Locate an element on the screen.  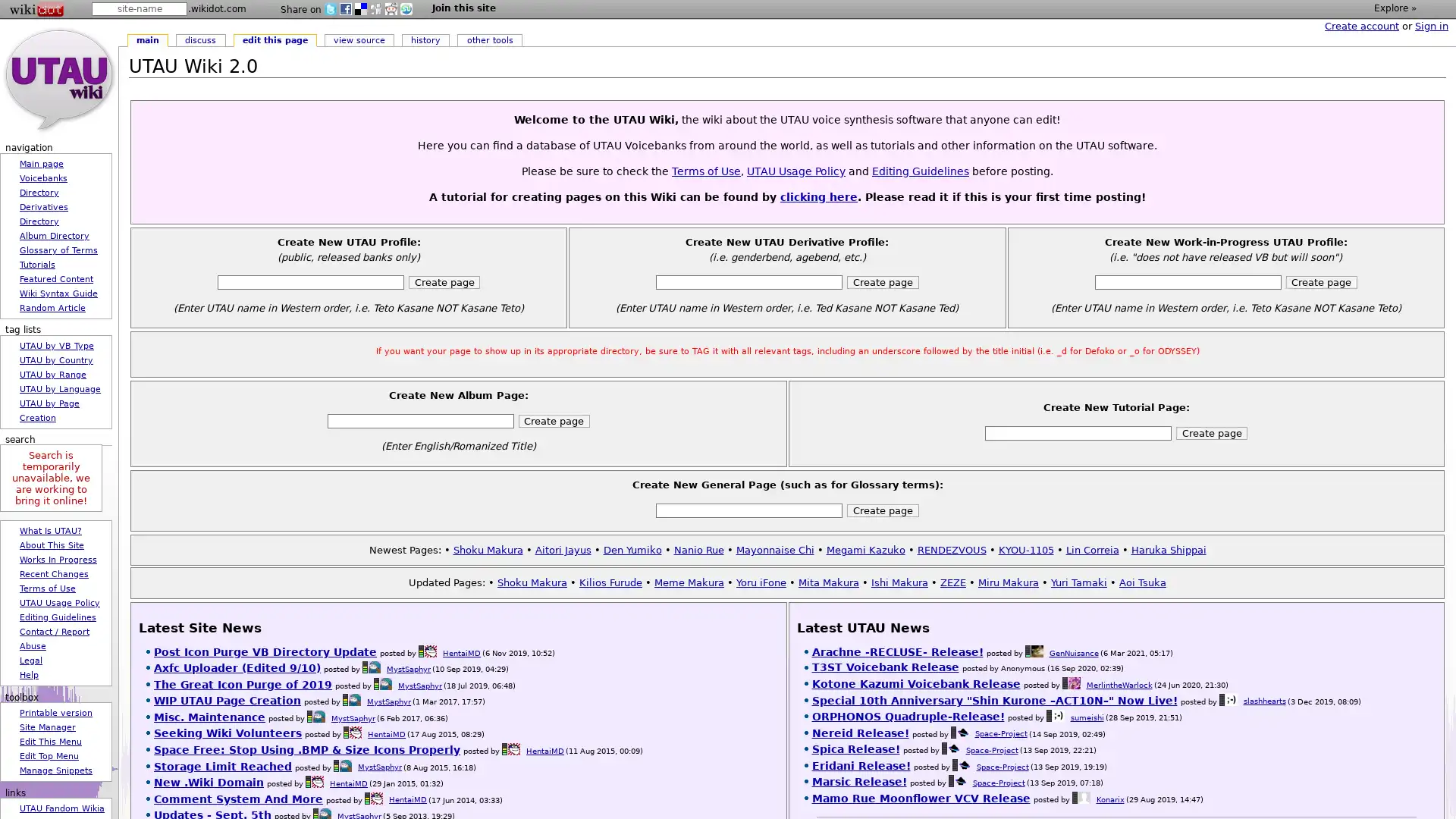
Create page is located at coordinates (882, 510).